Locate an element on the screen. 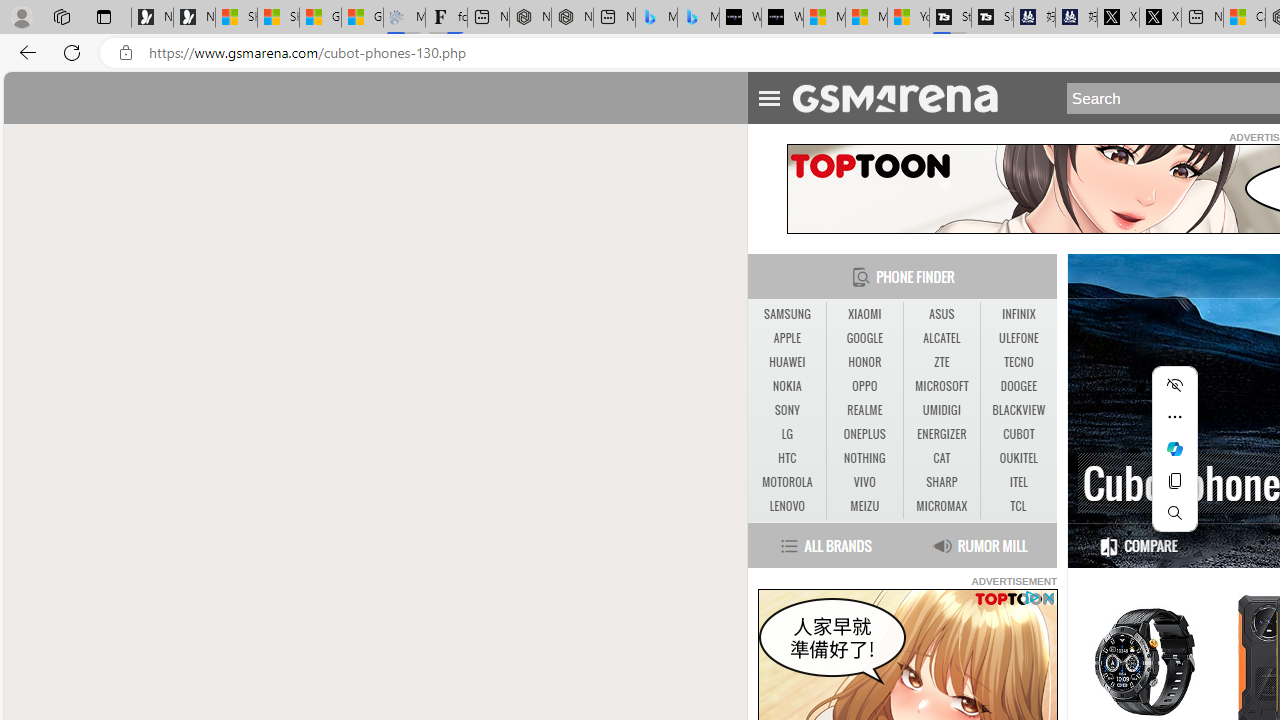 The width and height of the screenshot is (1280, 720). 'MICROMAX' is located at coordinates (941, 505).